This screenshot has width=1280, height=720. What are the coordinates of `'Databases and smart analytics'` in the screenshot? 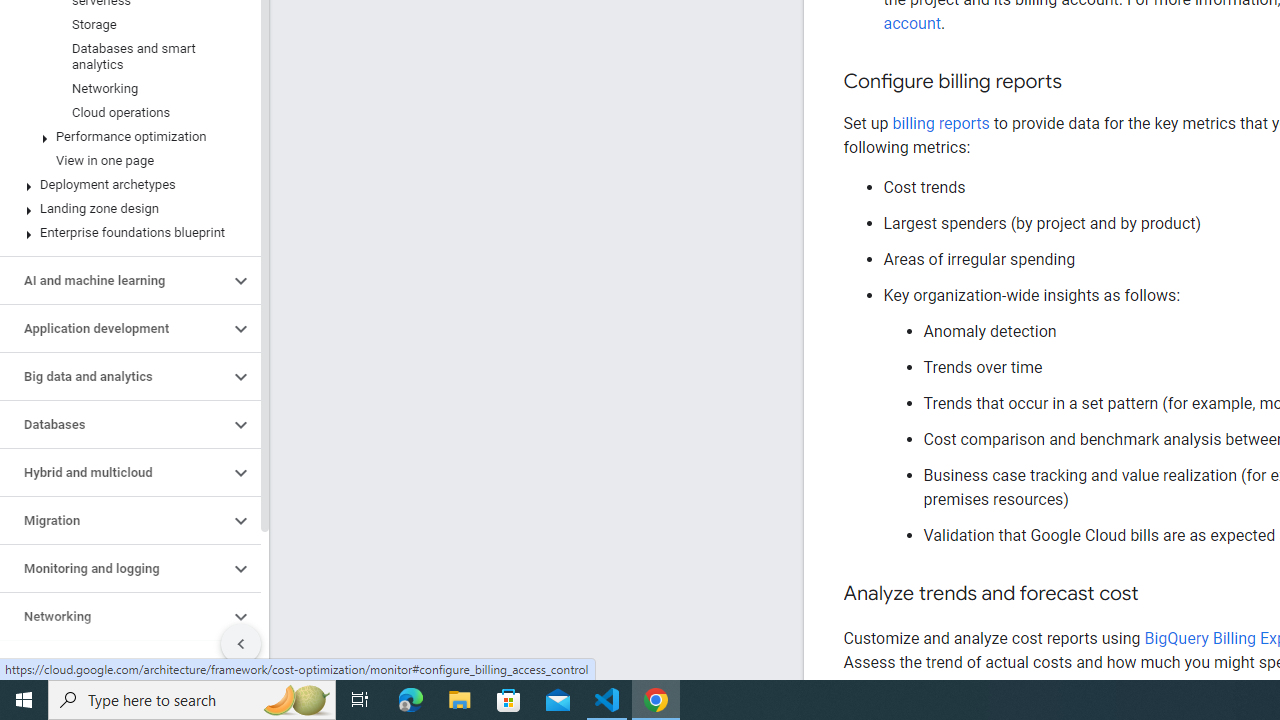 It's located at (125, 55).